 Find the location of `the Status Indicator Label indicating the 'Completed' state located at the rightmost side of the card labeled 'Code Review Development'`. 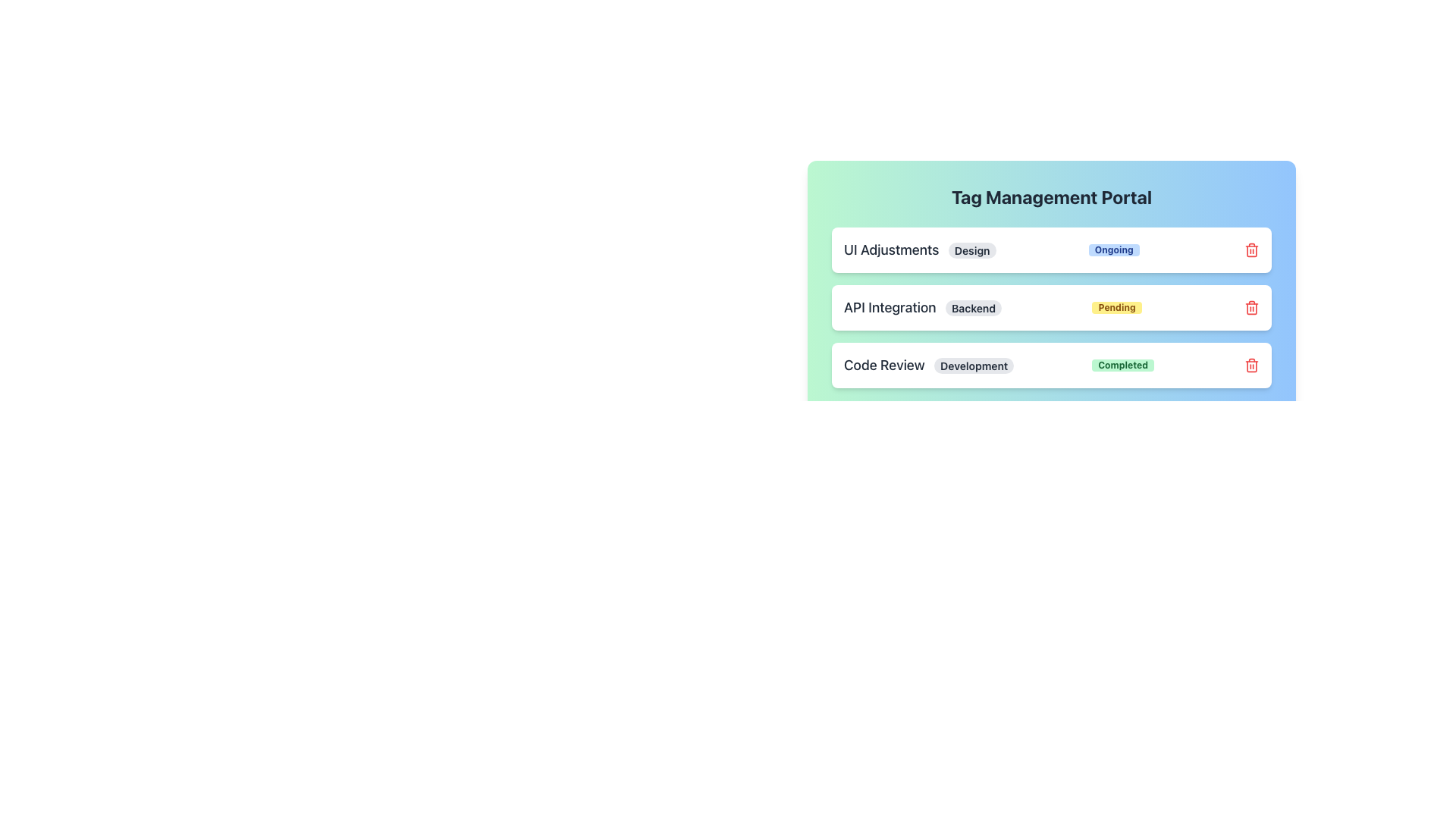

the Status Indicator Label indicating the 'Completed' state located at the rightmost side of the card labeled 'Code Review Development' is located at coordinates (1123, 366).